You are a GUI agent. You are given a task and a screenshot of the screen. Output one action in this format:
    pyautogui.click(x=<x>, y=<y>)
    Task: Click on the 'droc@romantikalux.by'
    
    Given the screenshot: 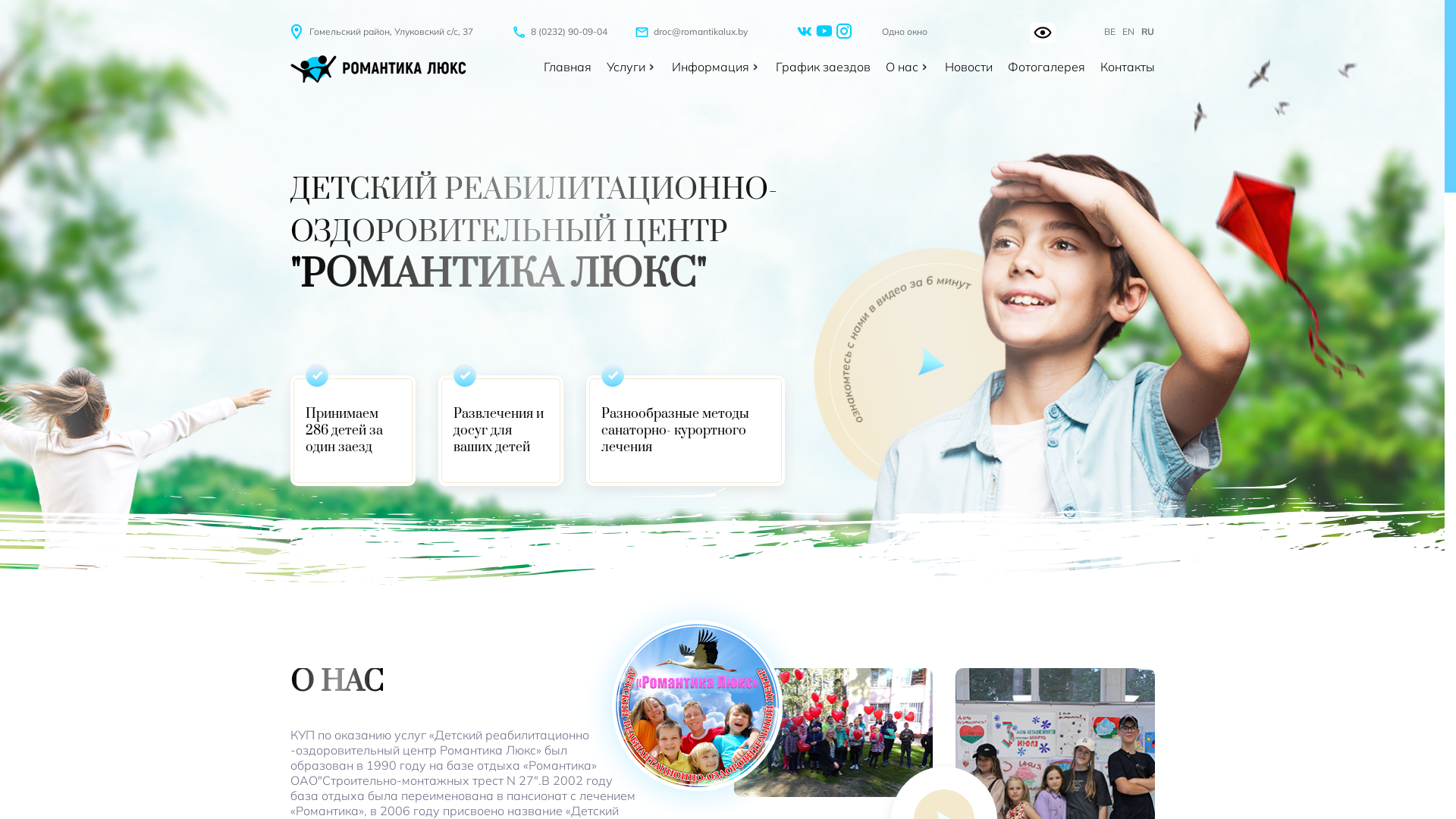 What is the action you would take?
    pyautogui.click(x=690, y=32)
    